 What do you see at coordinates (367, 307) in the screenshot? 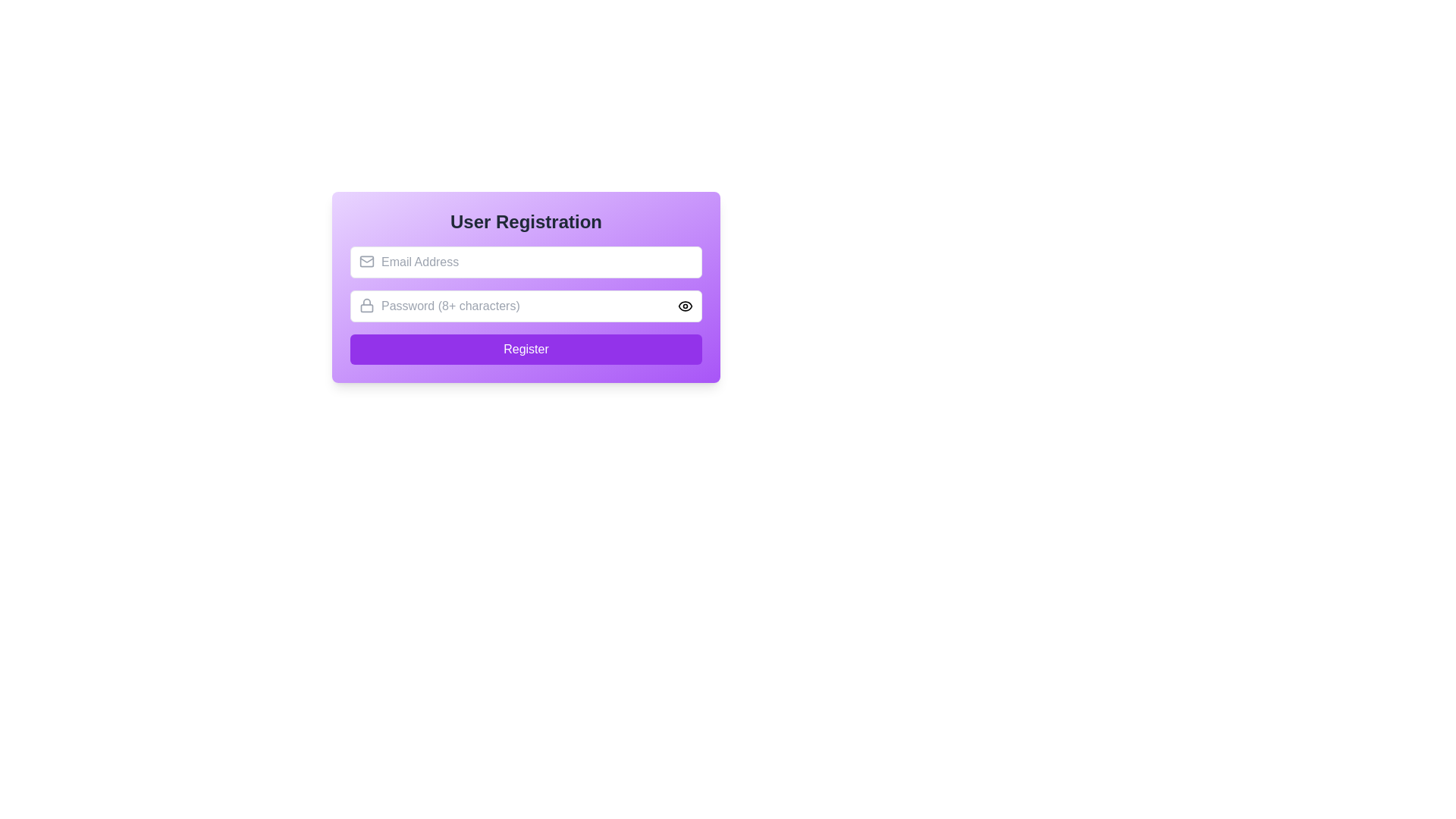
I see `the main body of the lock icon, which symbolizes security for the password input field labeled 'Password (8+ characters)'` at bounding box center [367, 307].